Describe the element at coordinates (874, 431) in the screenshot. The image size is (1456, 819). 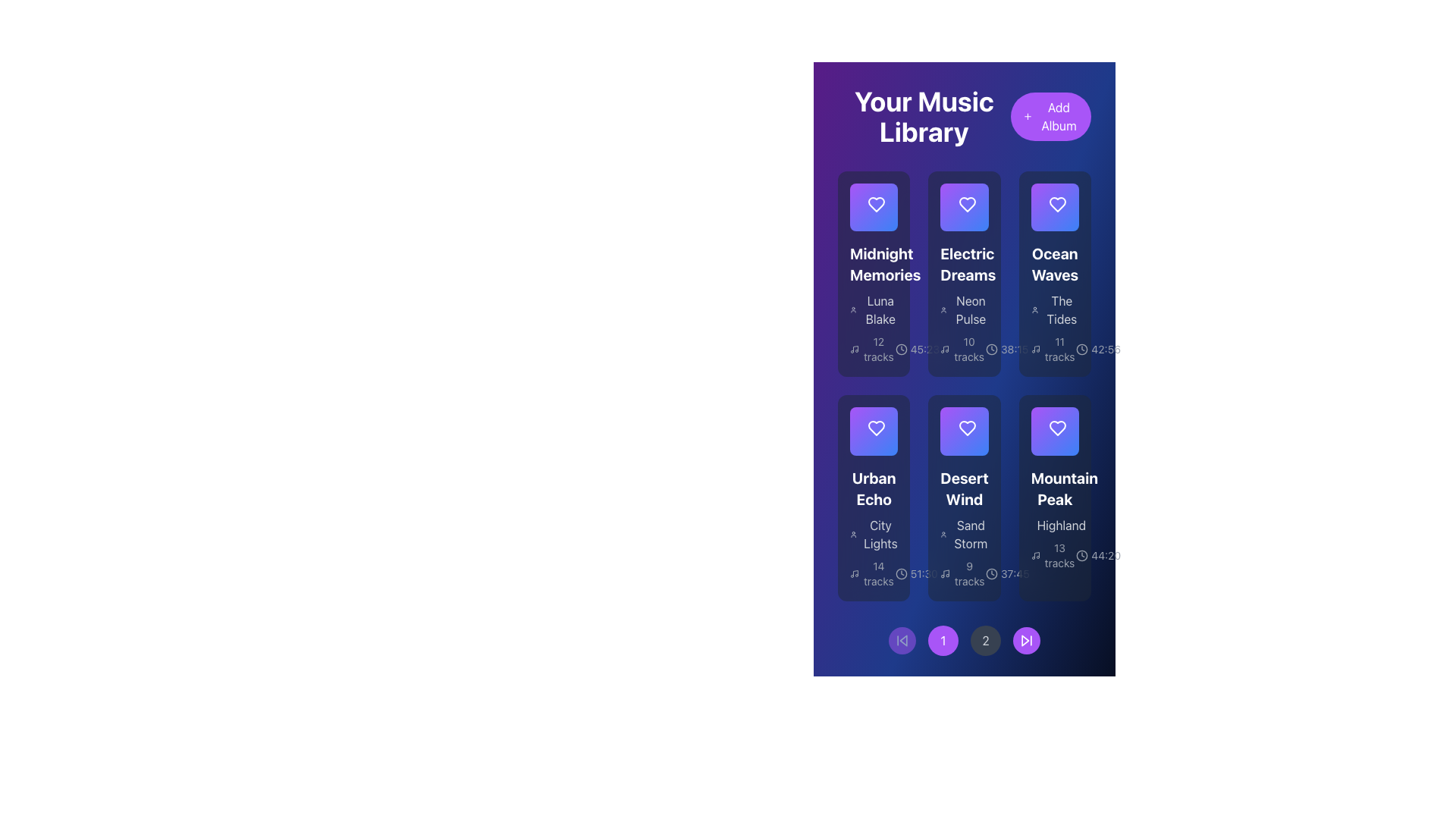
I see `the 'like' or 'favorite' button located in the middle row, leftmost column of the 'Urban Echo' card element` at that location.